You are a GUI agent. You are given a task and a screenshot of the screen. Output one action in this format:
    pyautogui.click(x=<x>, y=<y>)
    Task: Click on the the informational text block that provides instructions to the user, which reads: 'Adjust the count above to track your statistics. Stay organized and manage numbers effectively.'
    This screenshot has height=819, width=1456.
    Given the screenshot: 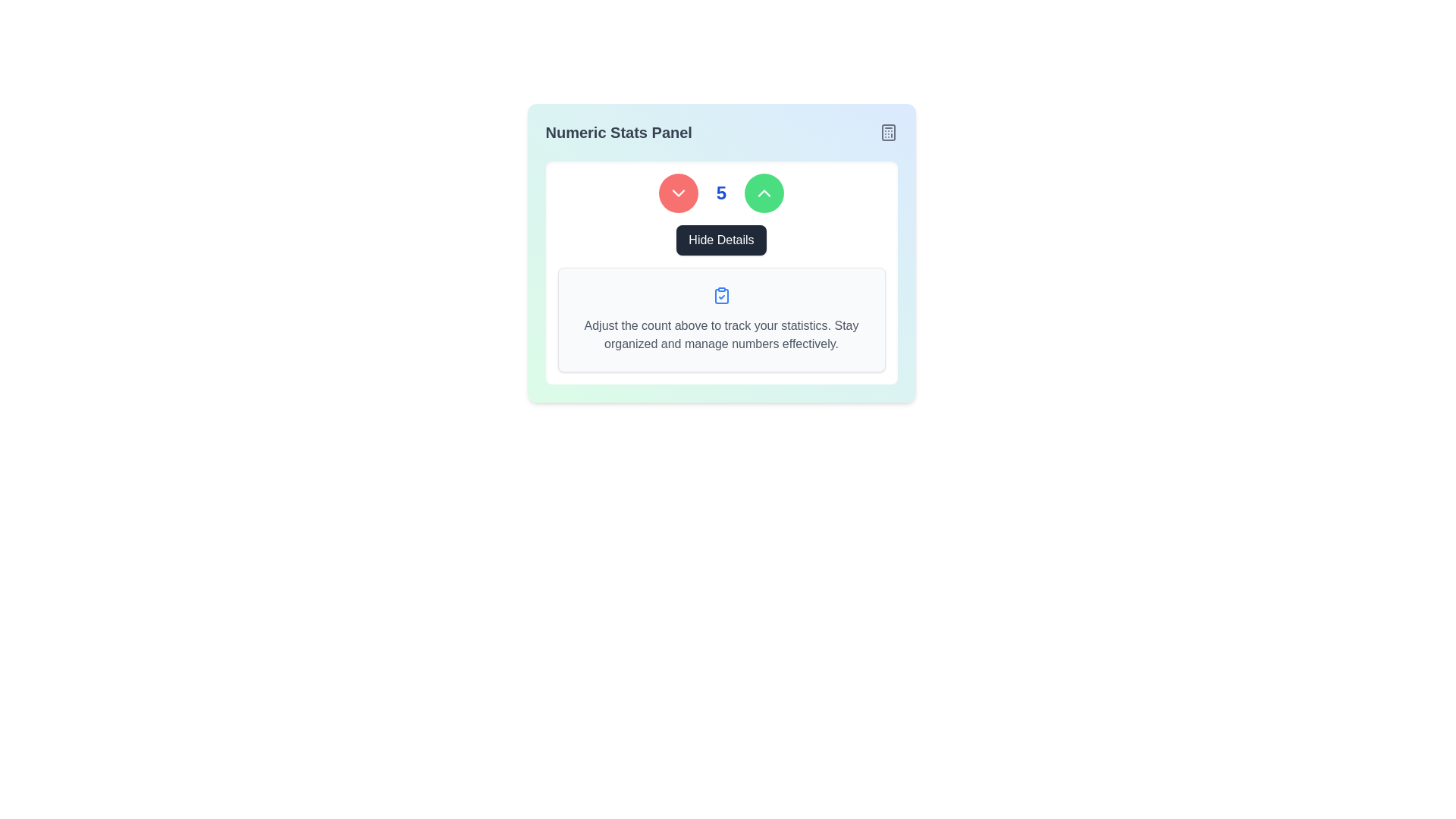 What is the action you would take?
    pyautogui.click(x=720, y=334)
    